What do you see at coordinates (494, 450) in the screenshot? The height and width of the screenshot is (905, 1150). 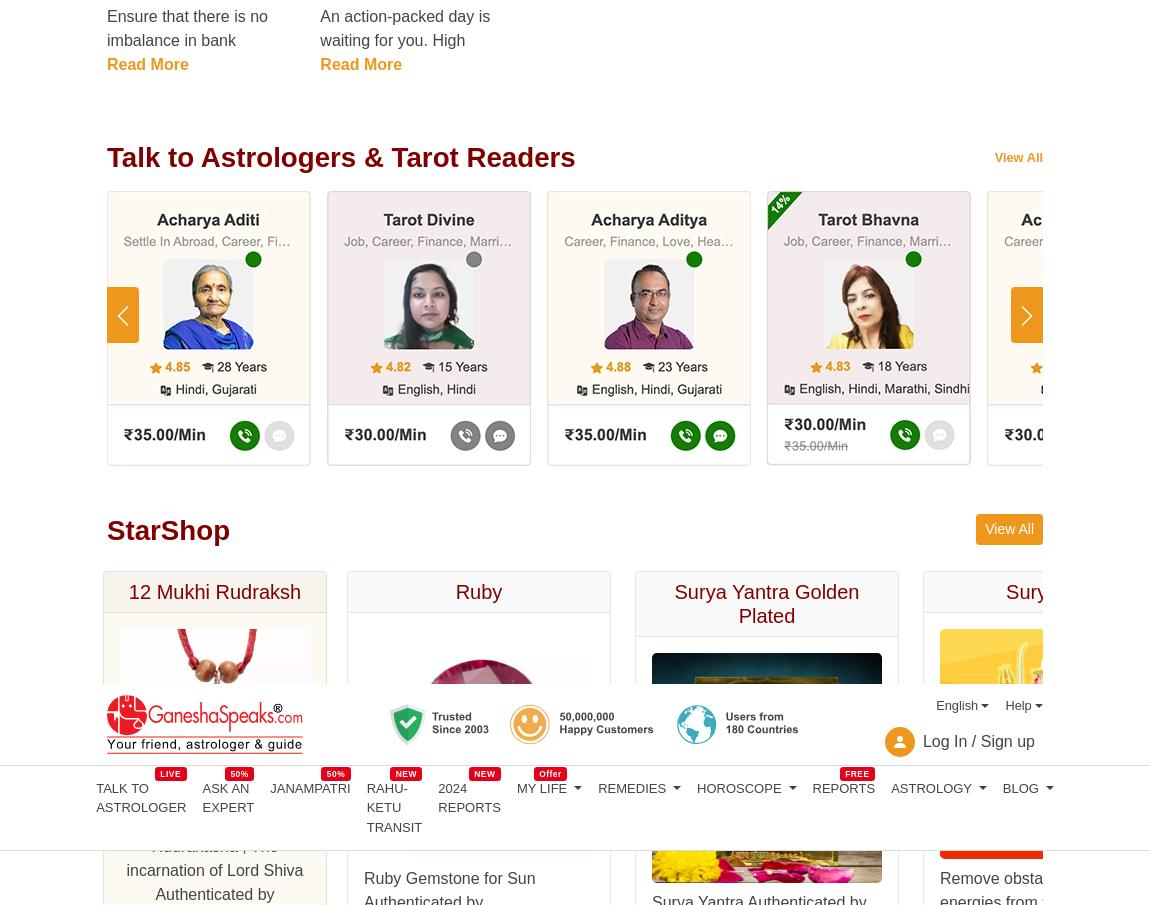 I see `'User from 180 Countries'` at bounding box center [494, 450].